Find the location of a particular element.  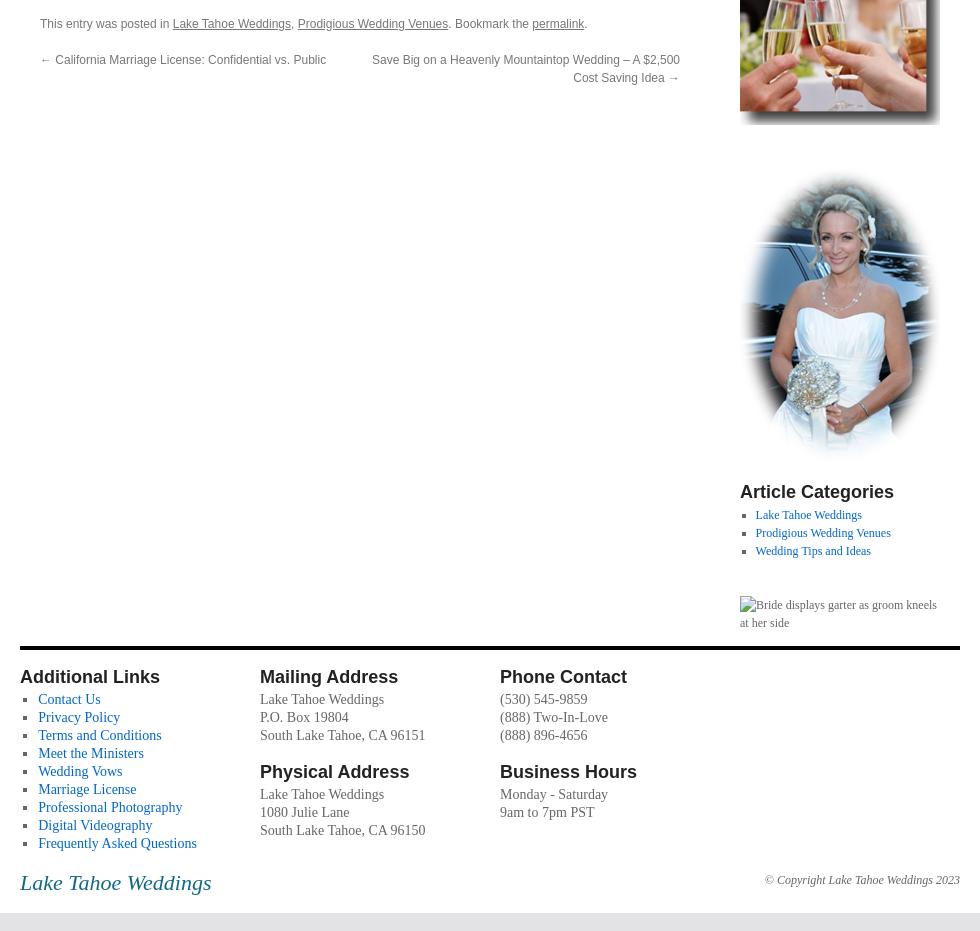

'permalink' is located at coordinates (558, 21).